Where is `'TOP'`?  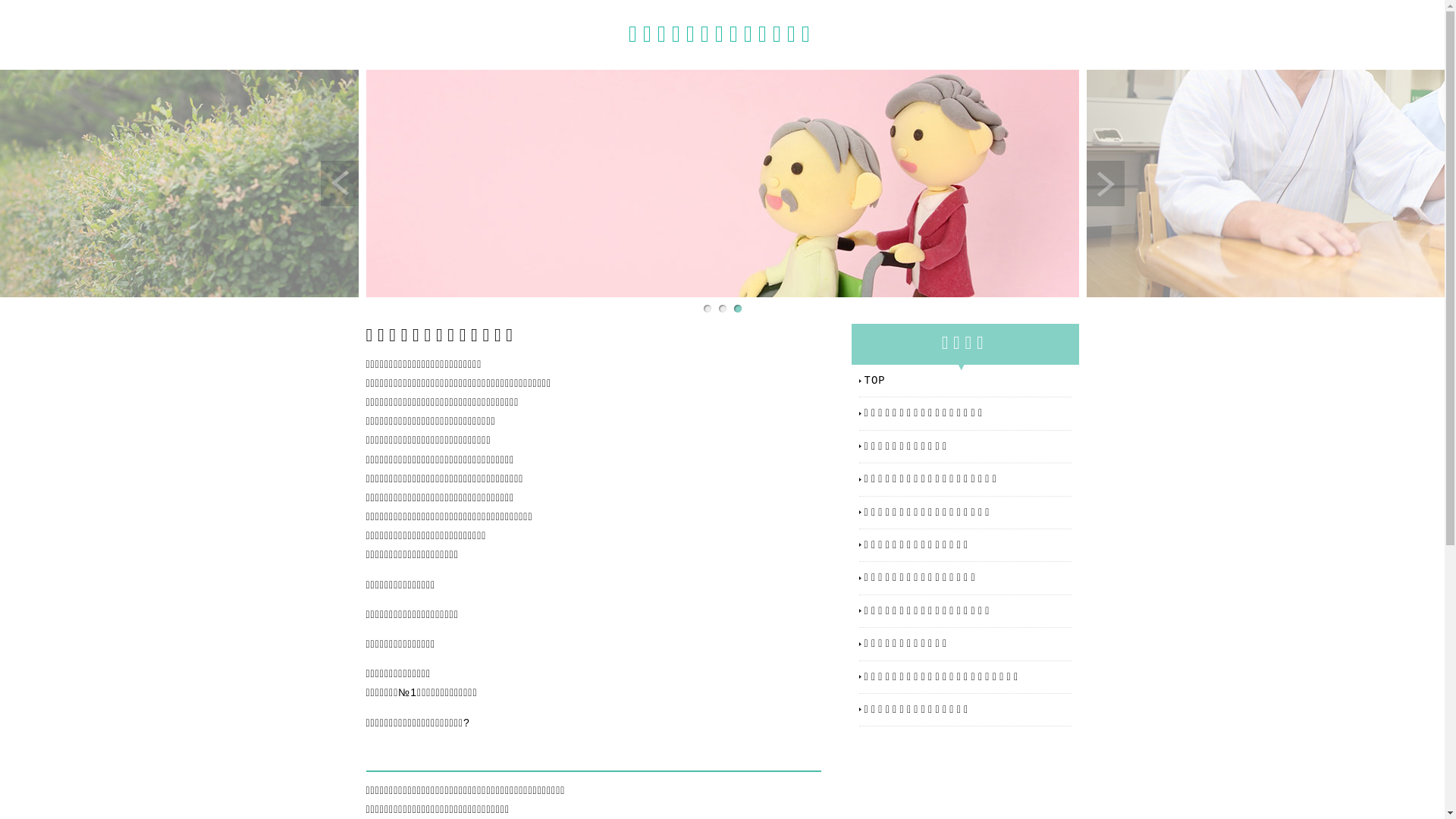
'TOP' is located at coordinates (967, 379).